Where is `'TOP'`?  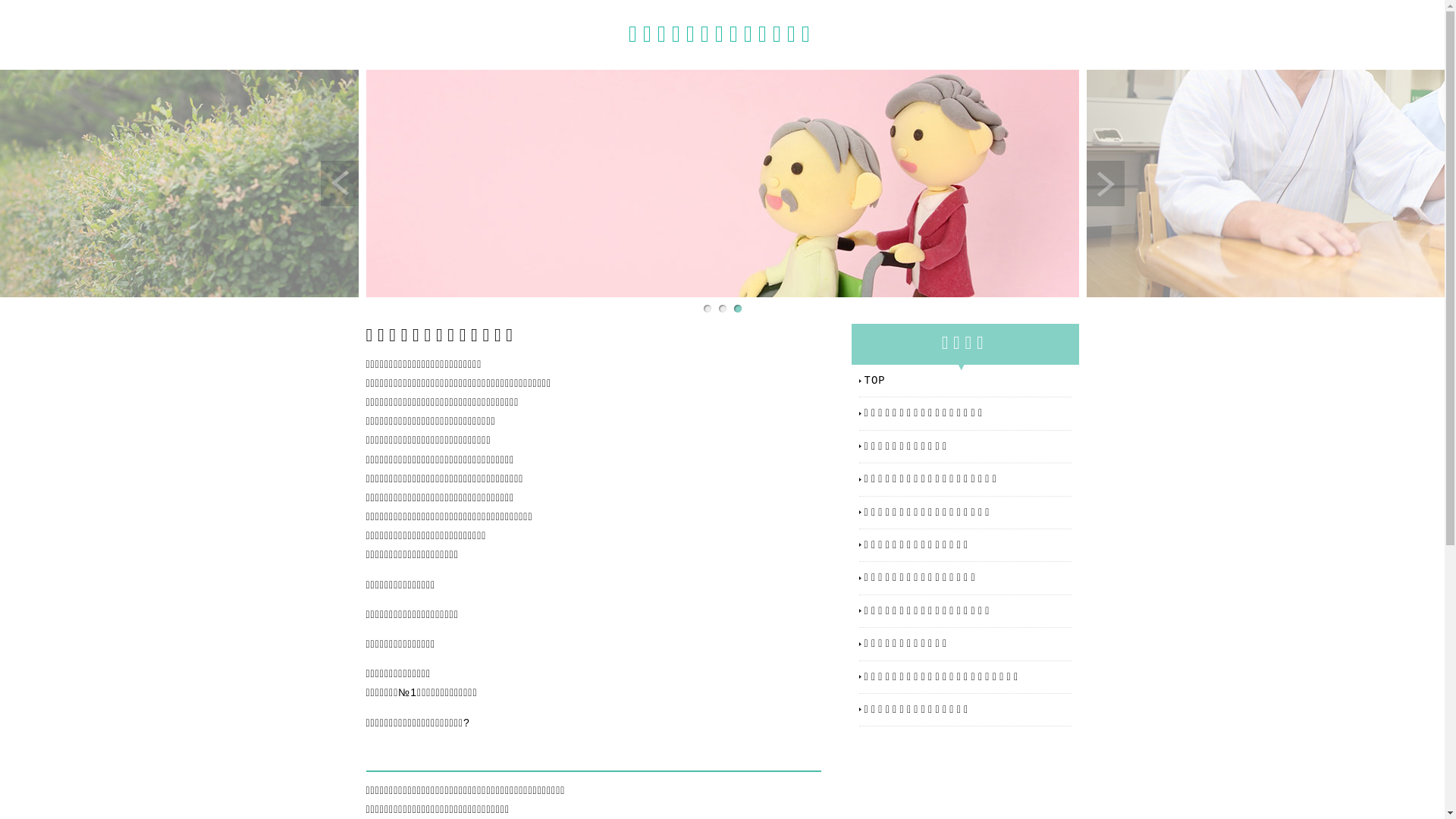
'TOP' is located at coordinates (967, 379).